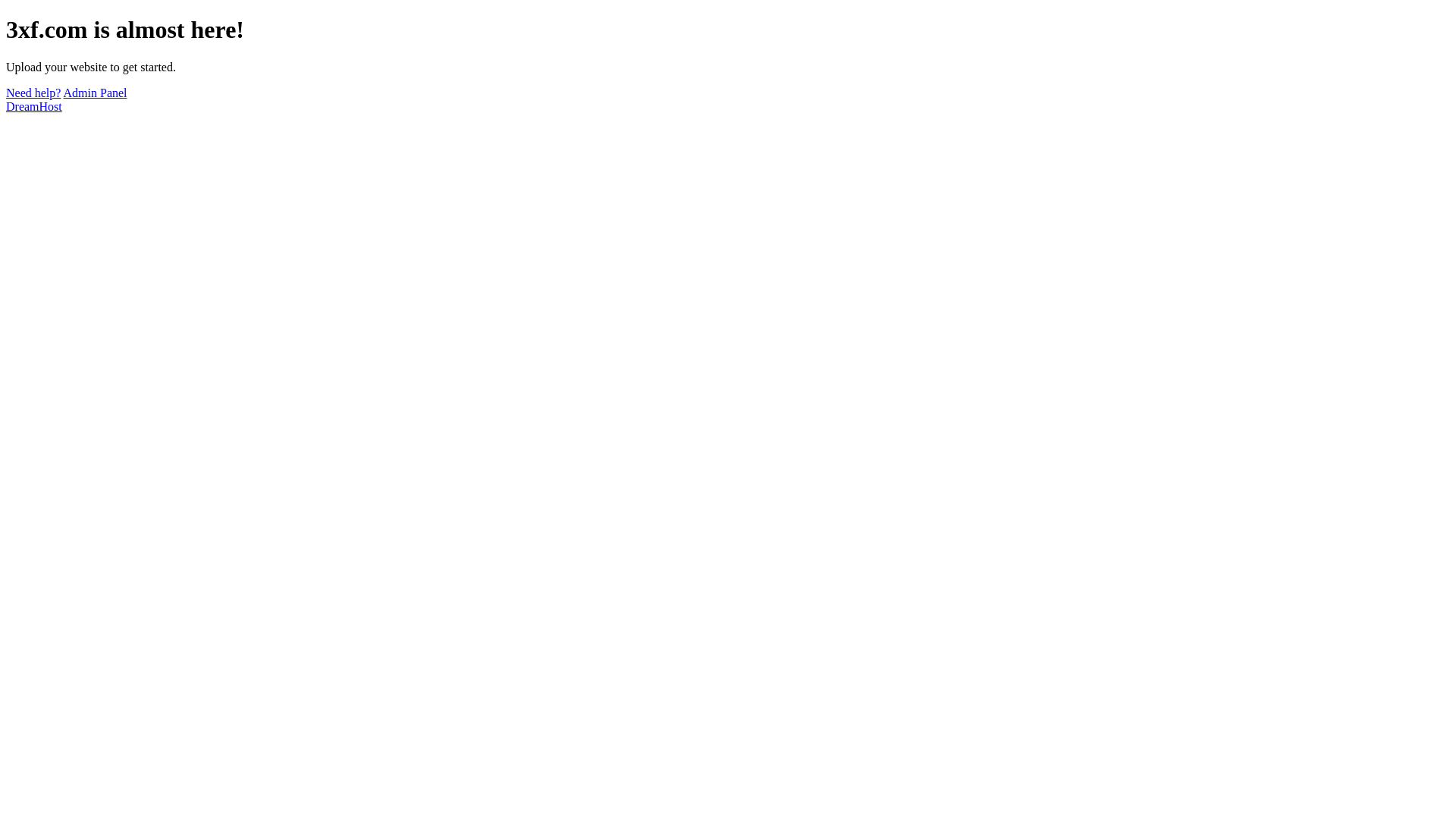 The image size is (1456, 819). Describe the element at coordinates (6, 93) in the screenshot. I see `'Need help?'` at that location.